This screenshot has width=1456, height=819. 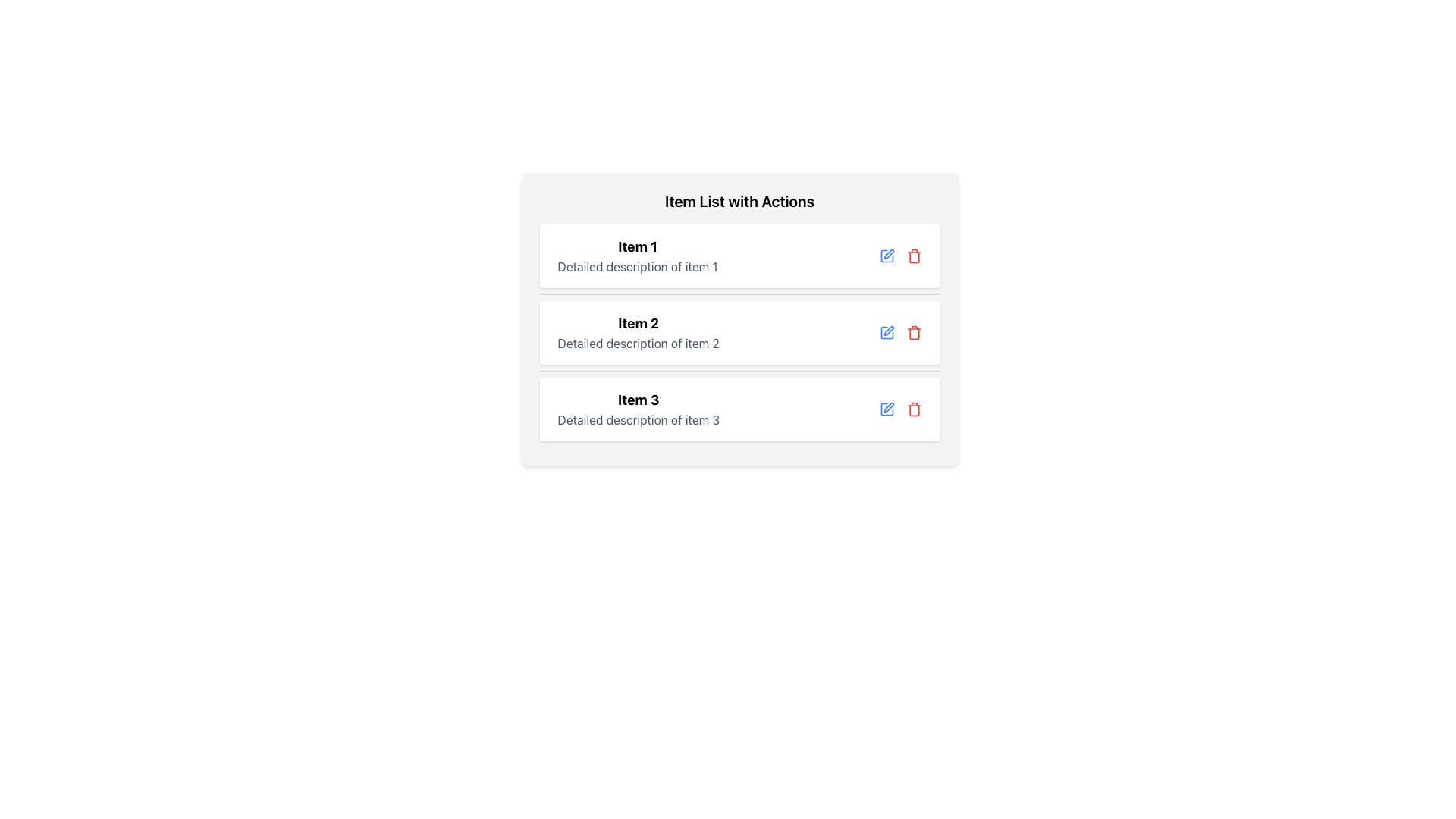 What do you see at coordinates (888, 330) in the screenshot?
I see `the edit icon button located on the far left side of the interactive icons in the 'Item 2' row` at bounding box center [888, 330].